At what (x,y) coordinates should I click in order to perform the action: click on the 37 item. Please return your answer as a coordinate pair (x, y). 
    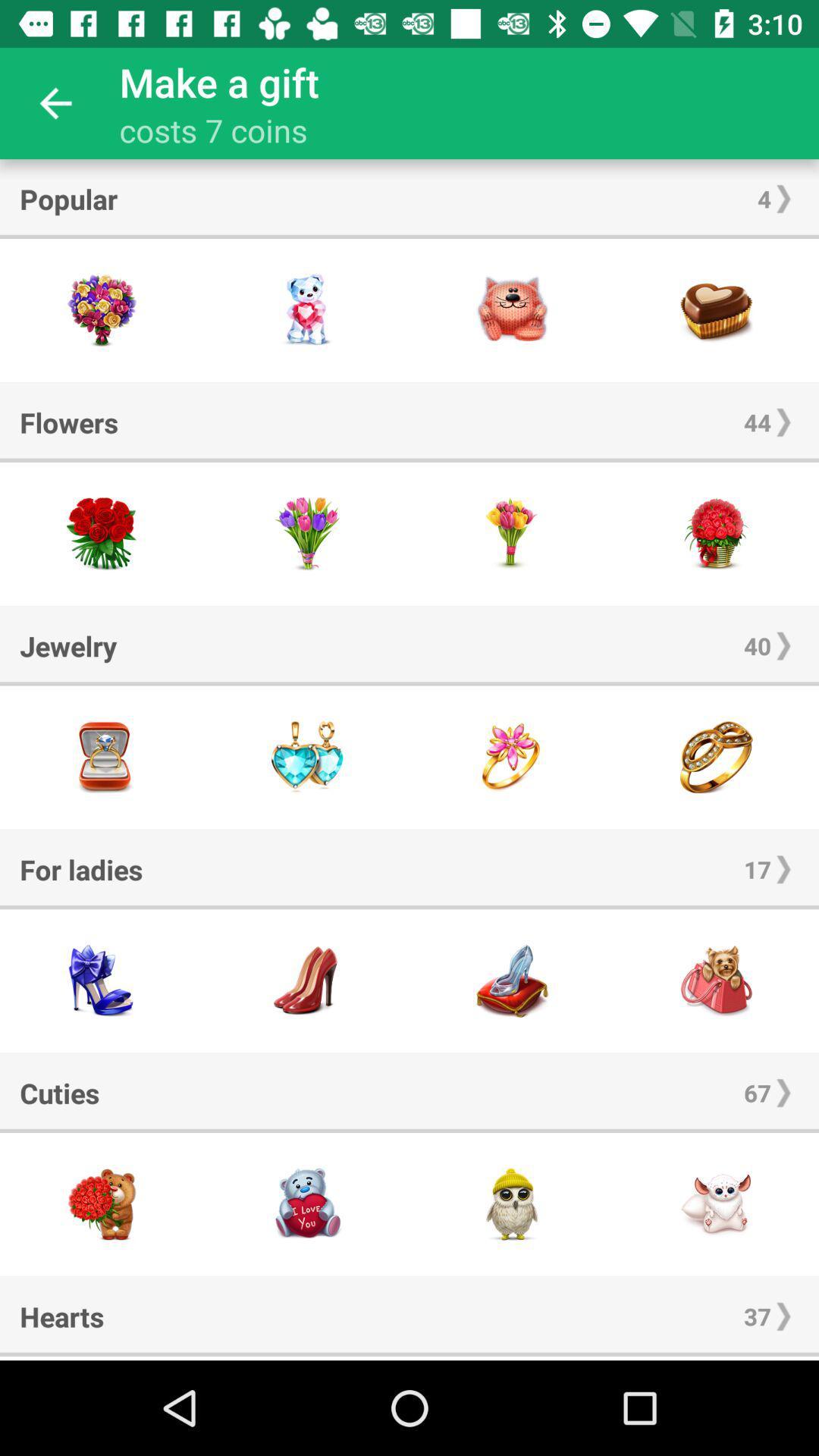
    Looking at the image, I should click on (758, 1315).